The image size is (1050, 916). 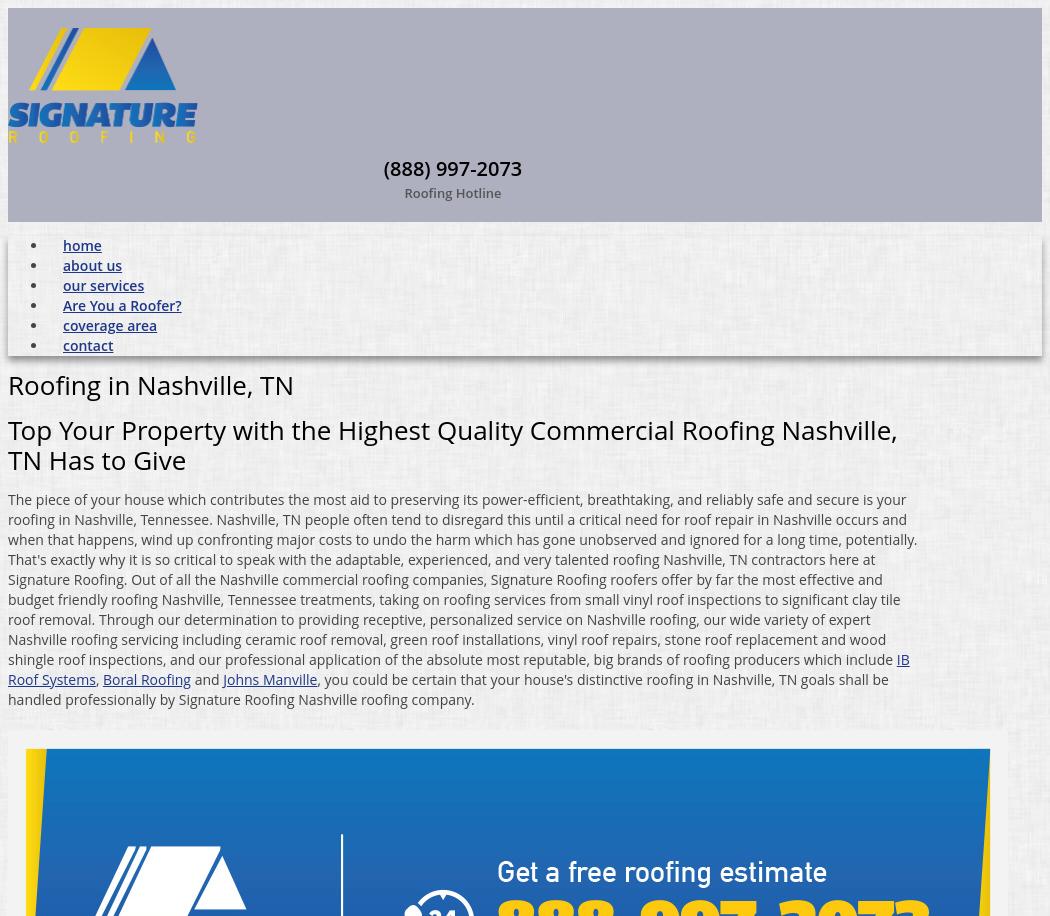 What do you see at coordinates (452, 190) in the screenshot?
I see `'Roofing Hotline'` at bounding box center [452, 190].